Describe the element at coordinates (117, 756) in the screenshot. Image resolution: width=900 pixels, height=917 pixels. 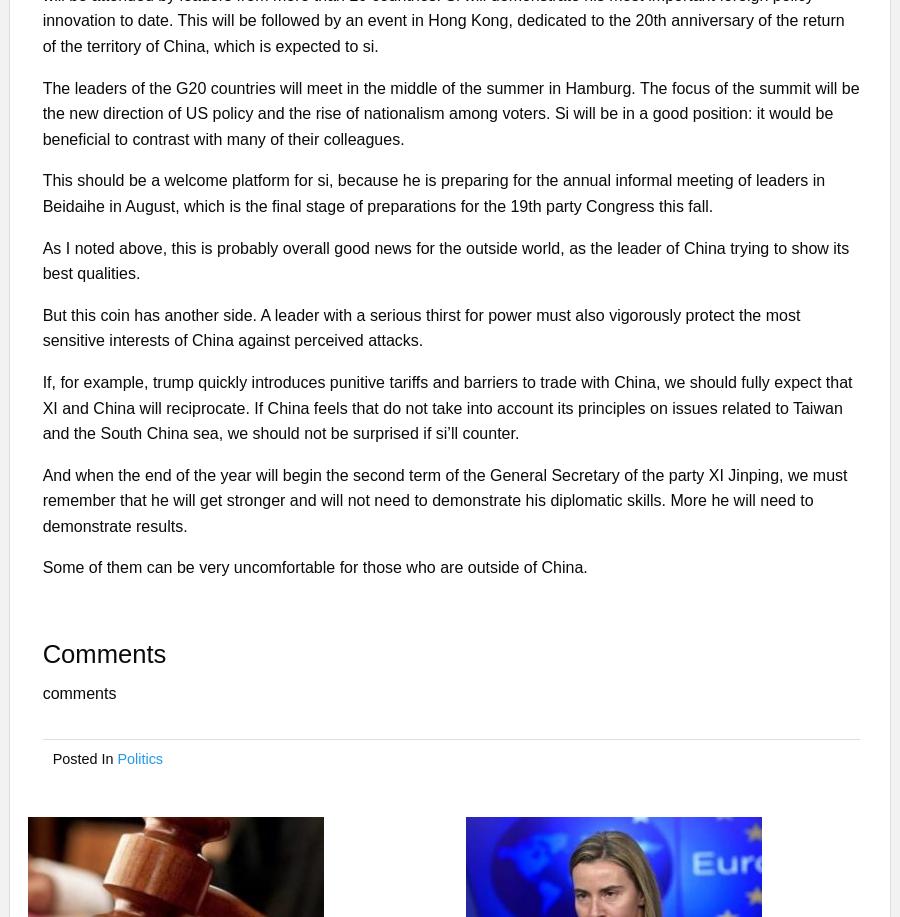
I see `'Politics'` at that location.